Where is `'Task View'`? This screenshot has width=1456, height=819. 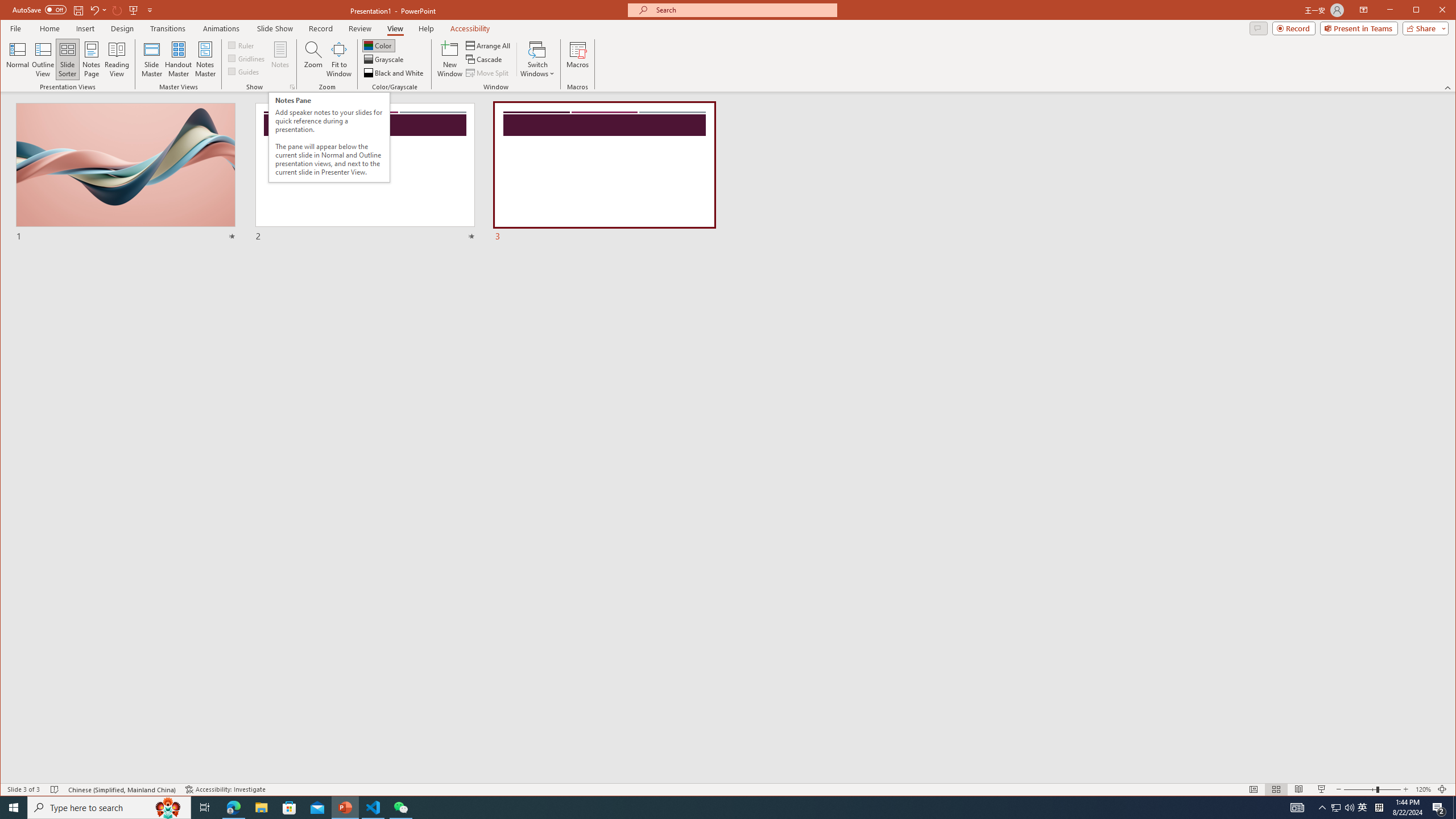
'Task View' is located at coordinates (204, 806).